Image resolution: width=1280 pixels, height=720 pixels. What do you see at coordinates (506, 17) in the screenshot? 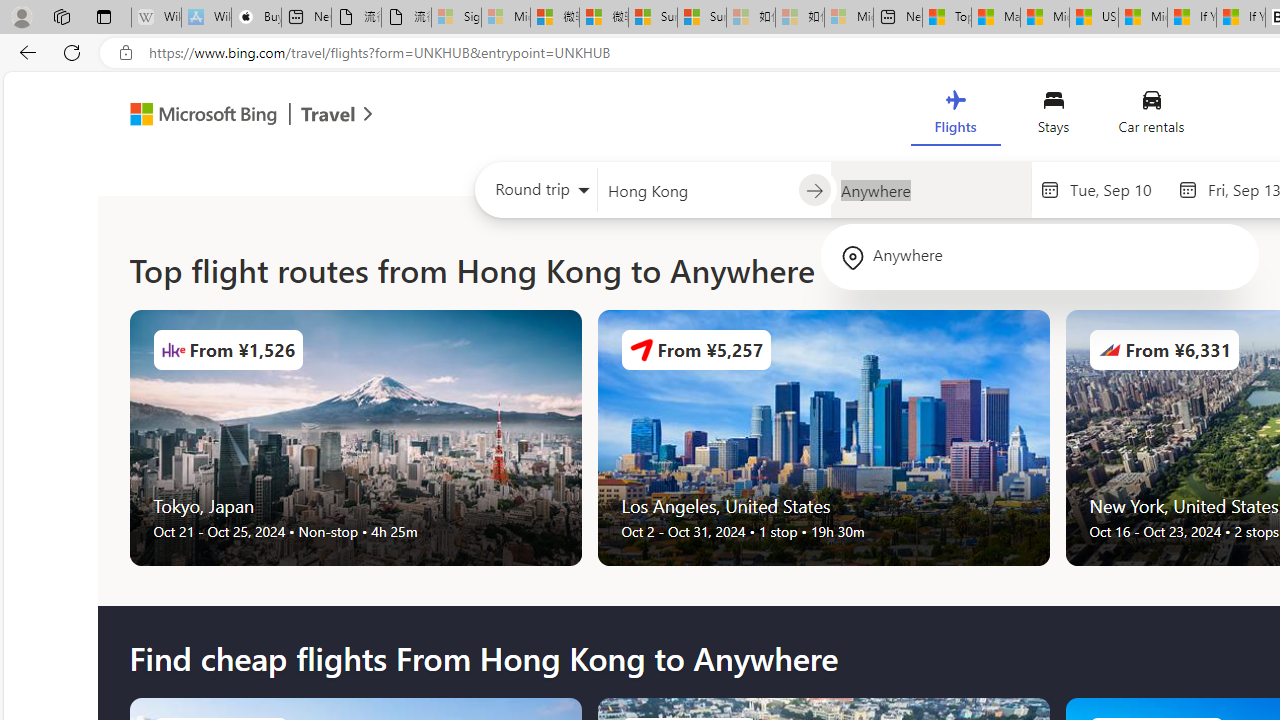
I see `'Microsoft Services Agreement - Sleeping'` at bounding box center [506, 17].